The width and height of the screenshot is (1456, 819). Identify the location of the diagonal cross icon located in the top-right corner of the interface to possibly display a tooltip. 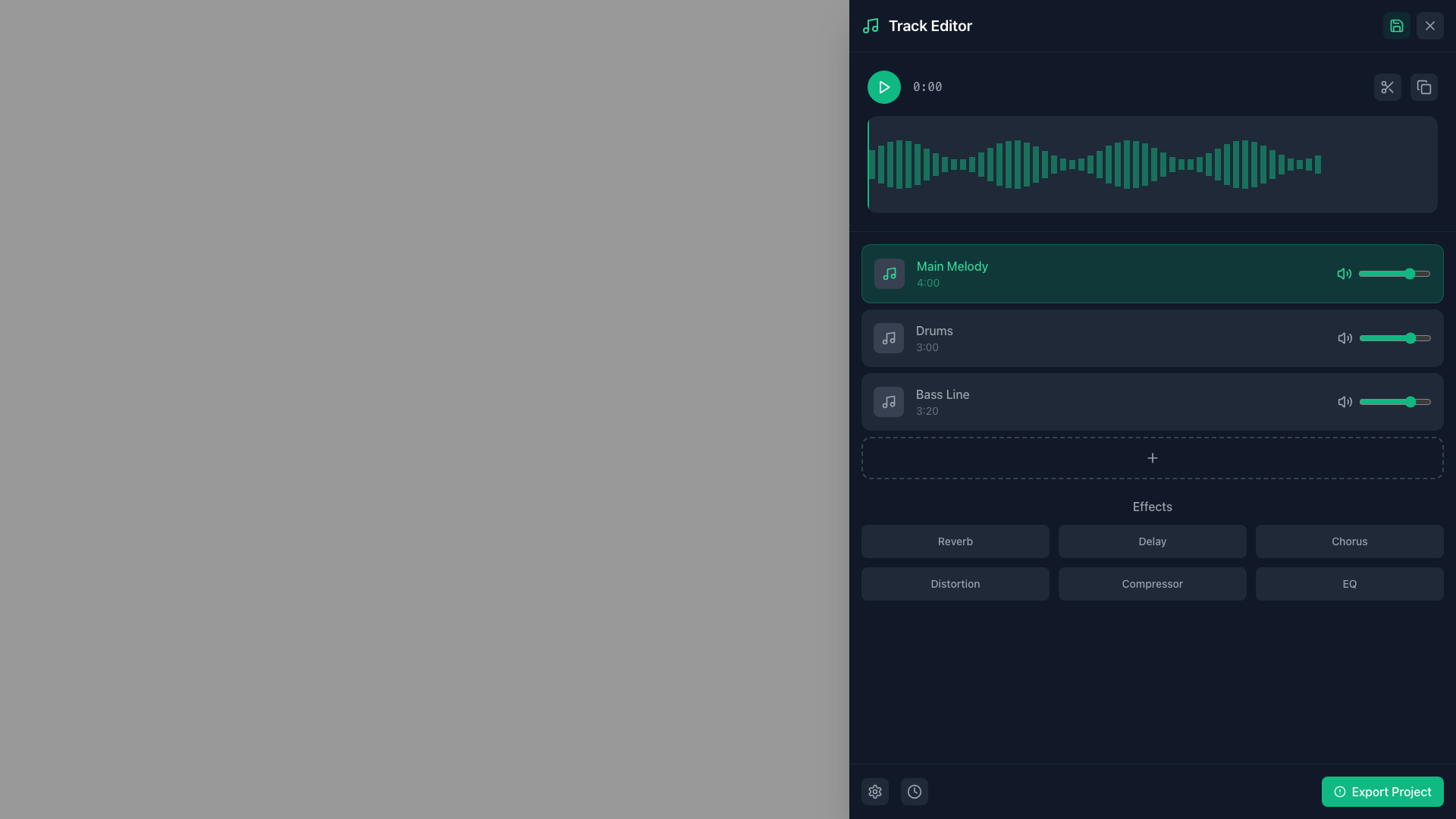
(1429, 26).